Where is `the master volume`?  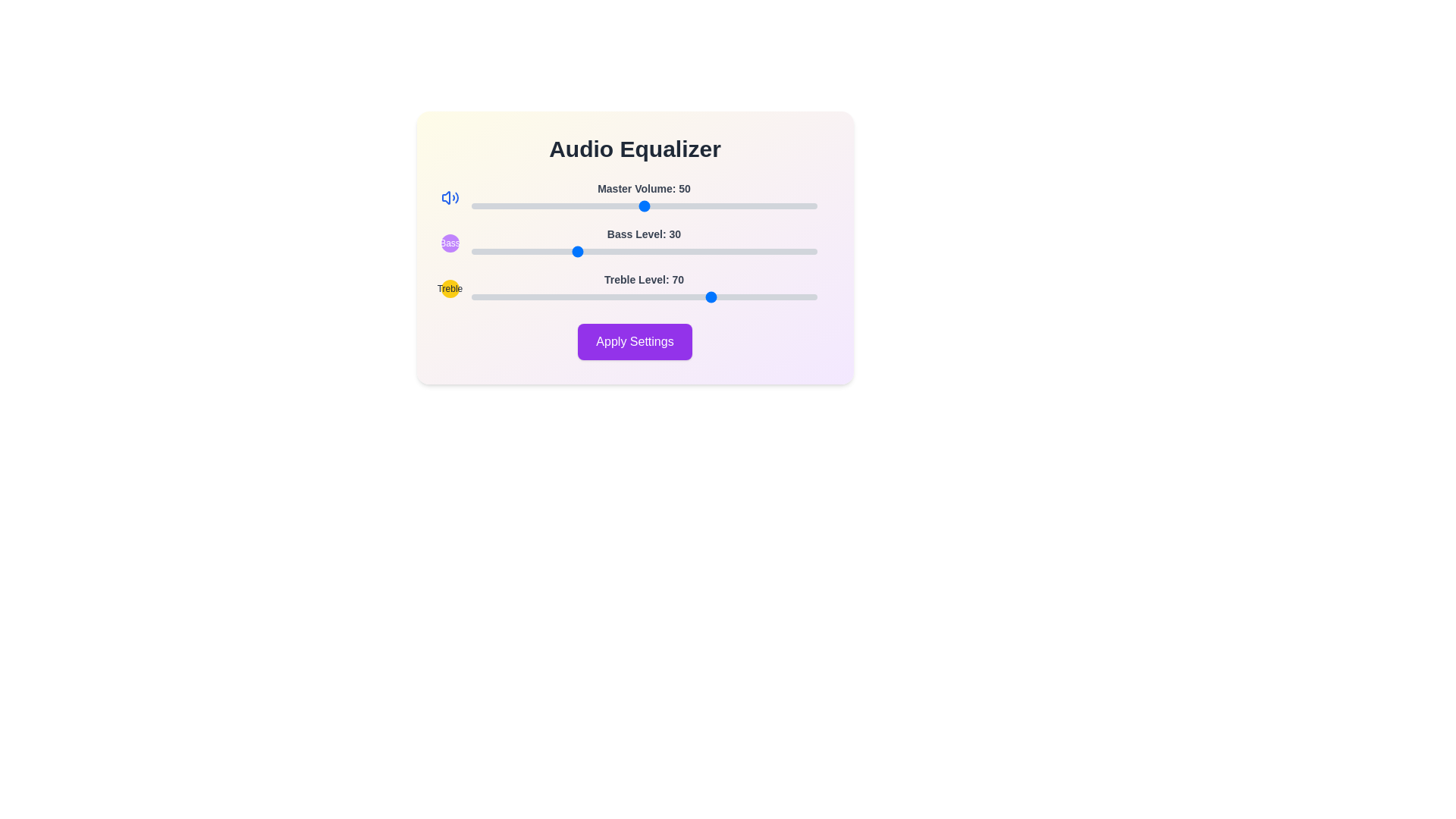 the master volume is located at coordinates (540, 206).